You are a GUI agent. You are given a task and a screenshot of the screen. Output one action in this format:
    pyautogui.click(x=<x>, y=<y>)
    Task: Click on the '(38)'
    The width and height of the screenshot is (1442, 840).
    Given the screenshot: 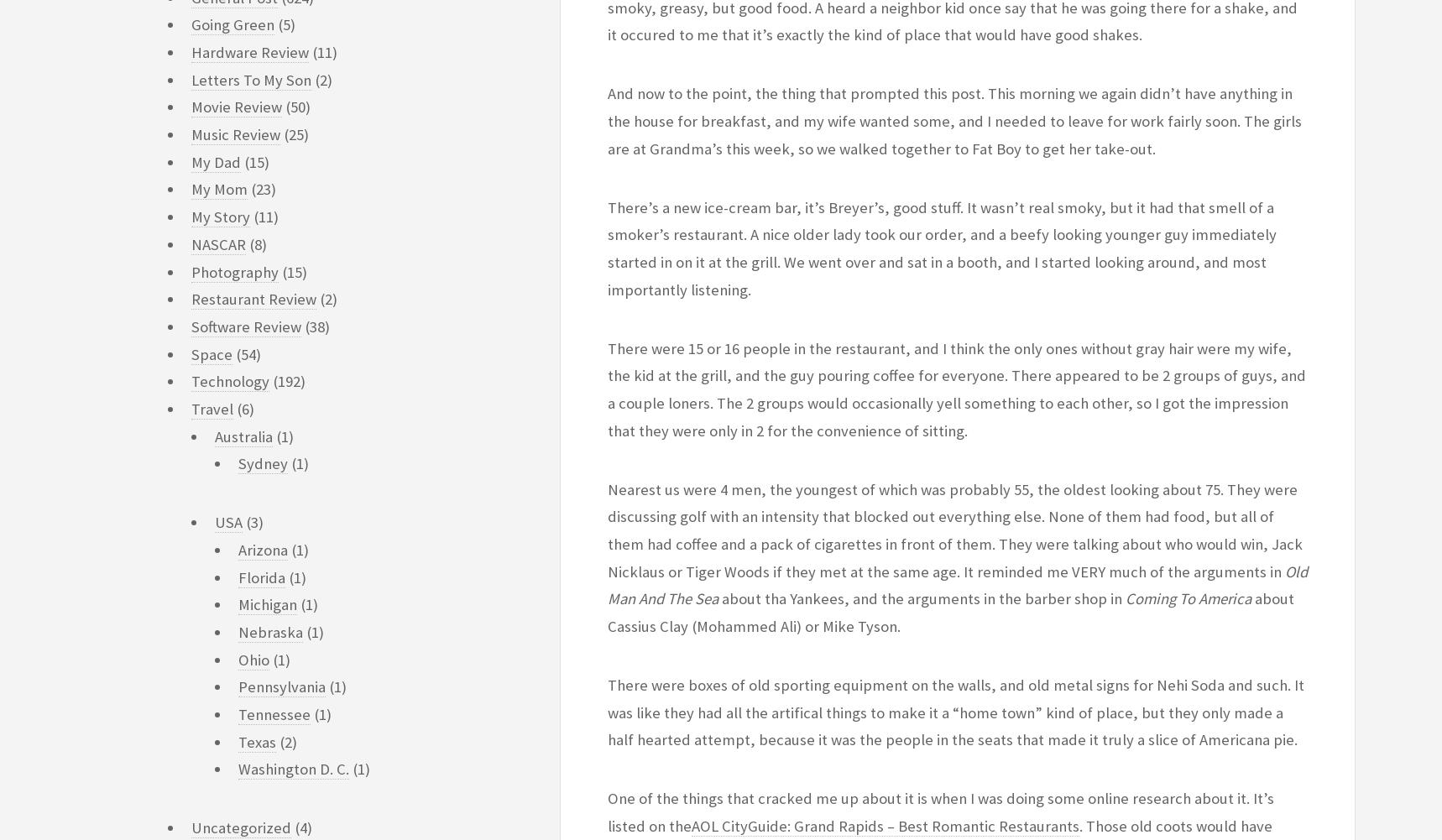 What is the action you would take?
    pyautogui.click(x=315, y=325)
    